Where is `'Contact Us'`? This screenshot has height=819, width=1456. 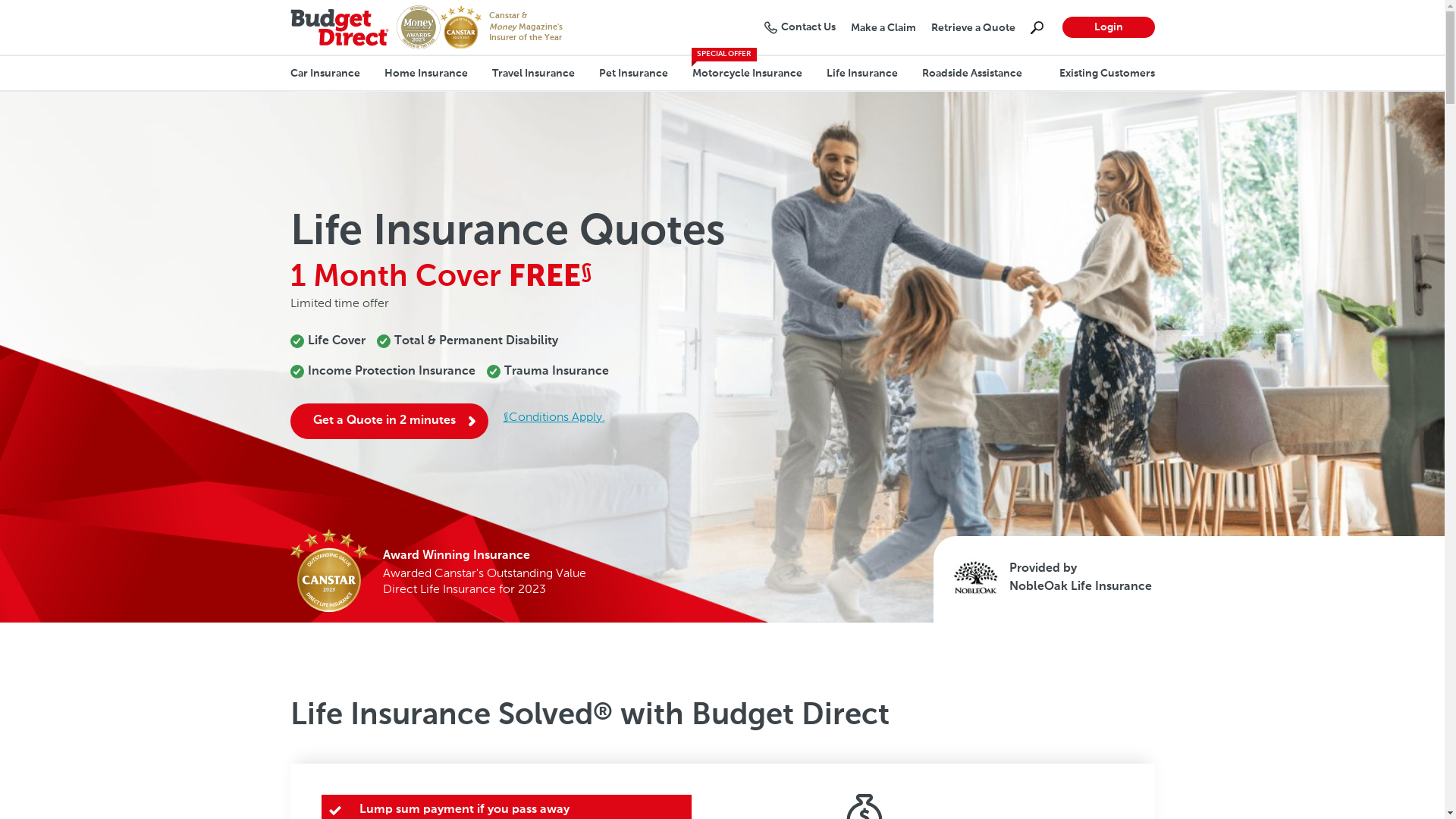
'Contact Us' is located at coordinates (764, 27).